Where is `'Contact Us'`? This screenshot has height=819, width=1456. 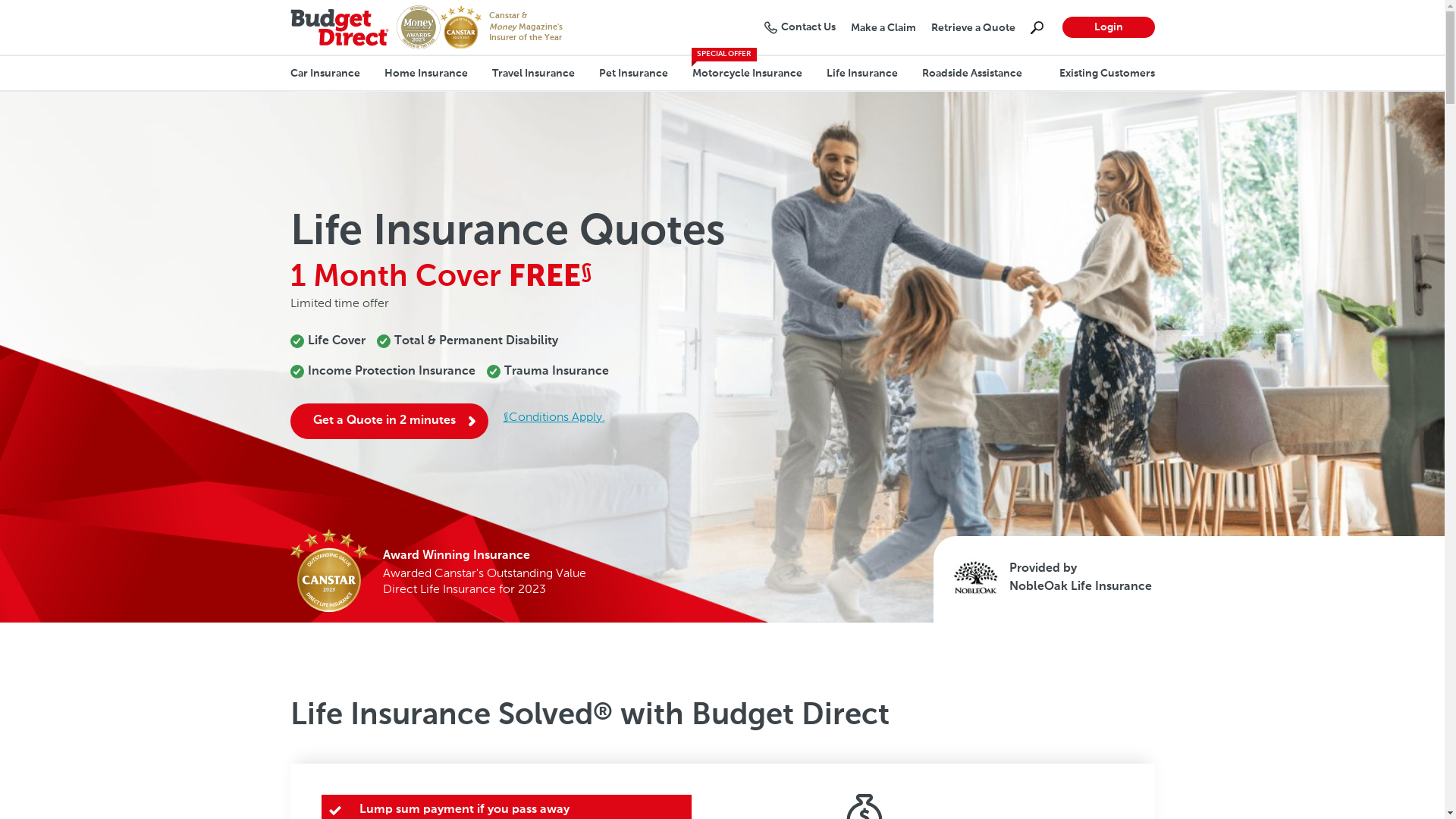
'Contact Us' is located at coordinates (764, 27).